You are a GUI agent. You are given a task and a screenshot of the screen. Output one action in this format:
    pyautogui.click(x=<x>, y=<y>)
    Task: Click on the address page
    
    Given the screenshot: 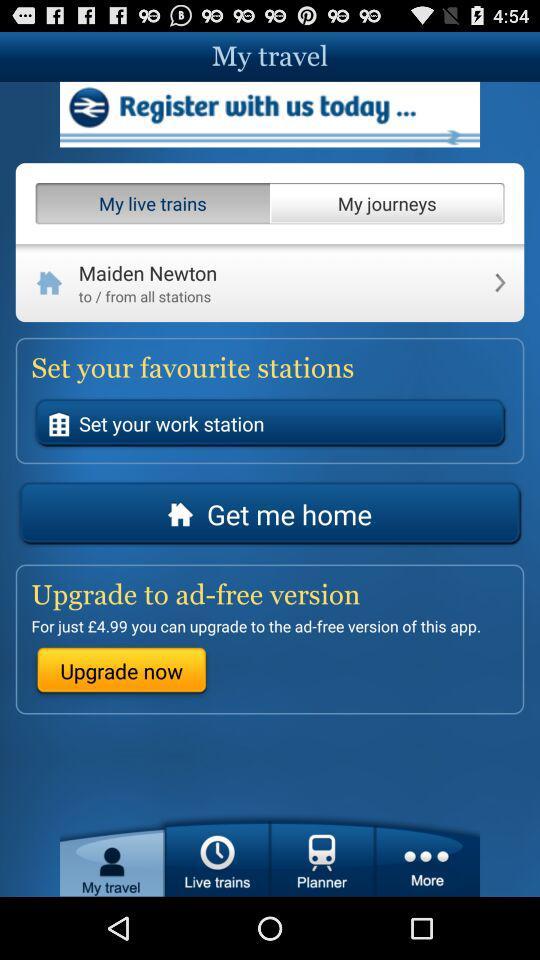 What is the action you would take?
    pyautogui.click(x=270, y=114)
    